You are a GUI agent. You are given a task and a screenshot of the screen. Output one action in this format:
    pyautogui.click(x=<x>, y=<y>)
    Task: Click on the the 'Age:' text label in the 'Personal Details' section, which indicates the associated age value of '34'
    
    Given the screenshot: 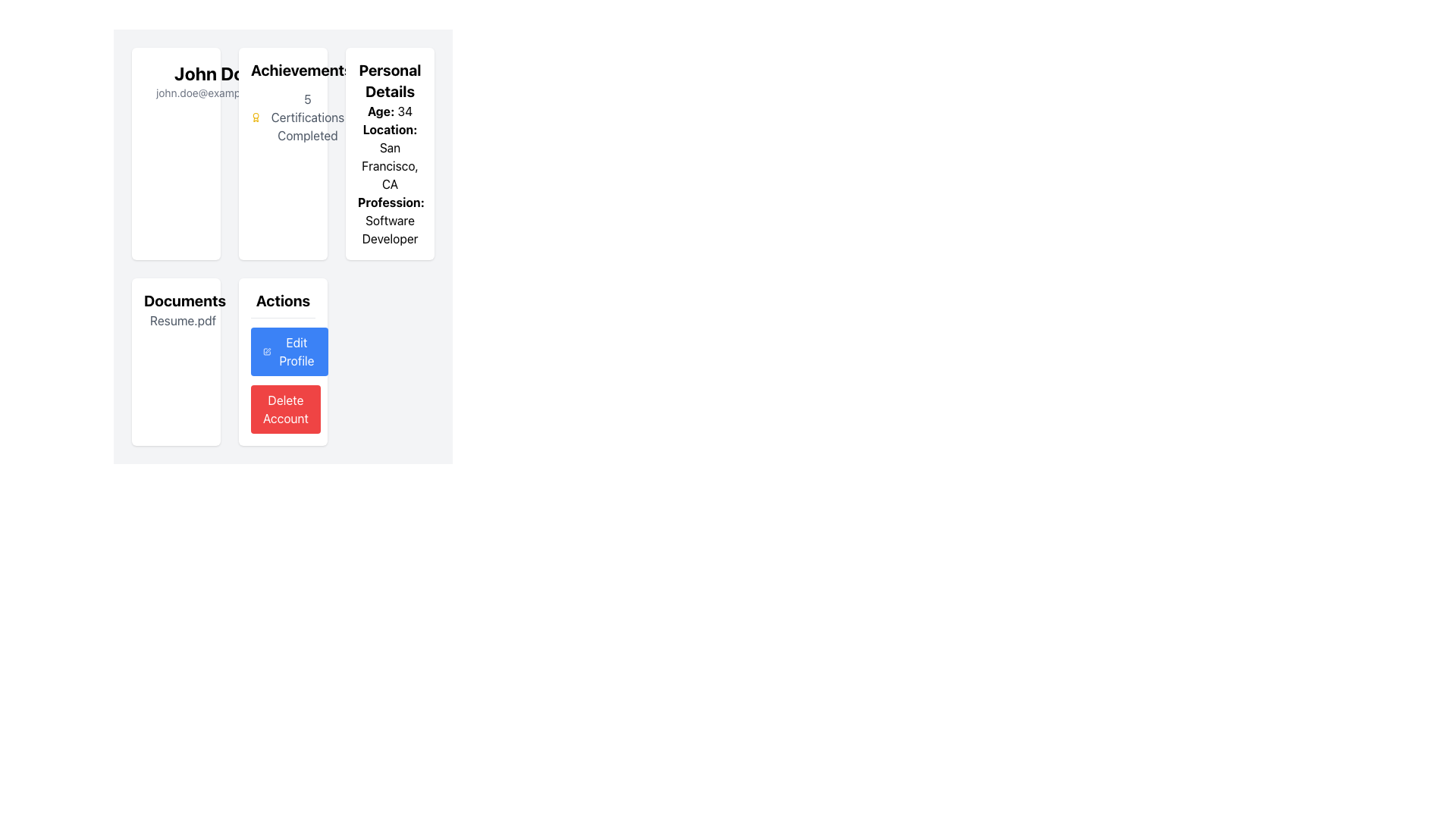 What is the action you would take?
    pyautogui.click(x=381, y=110)
    